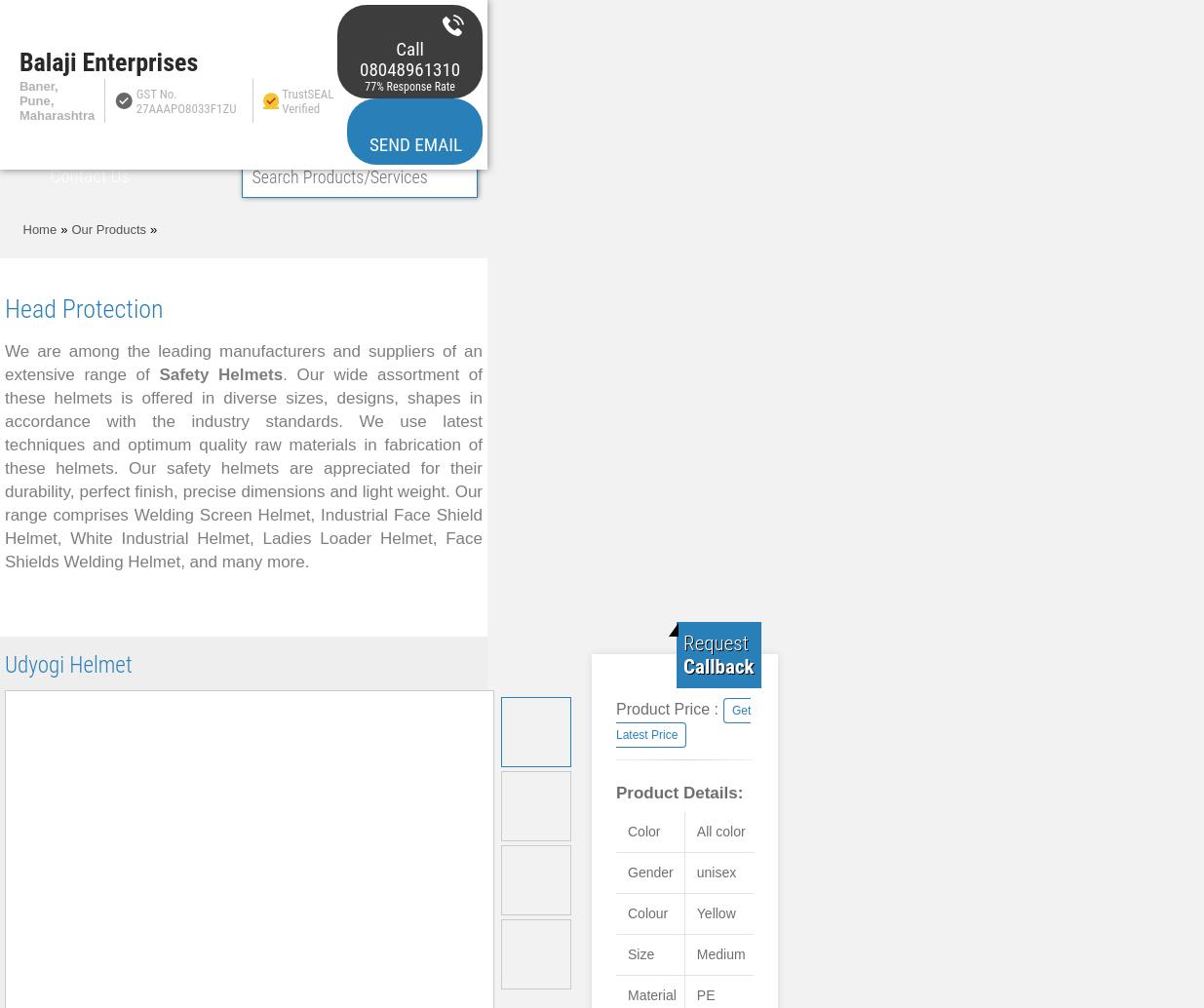  What do you see at coordinates (682, 722) in the screenshot?
I see `'Get Latest Price'` at bounding box center [682, 722].